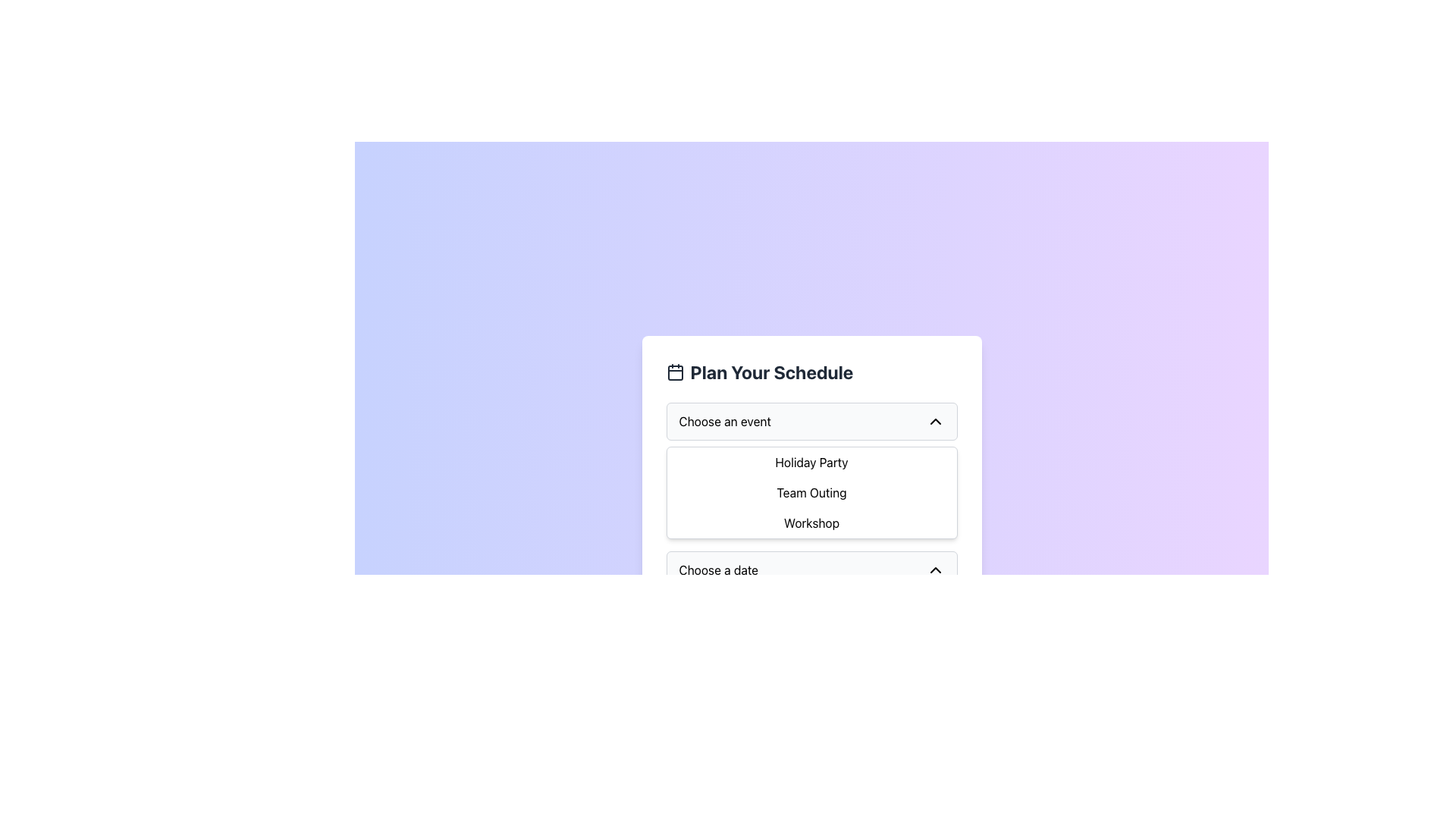 The height and width of the screenshot is (819, 1456). I want to click on the first dropdown menu under the title 'Plan Your Schedule', so click(811, 470).